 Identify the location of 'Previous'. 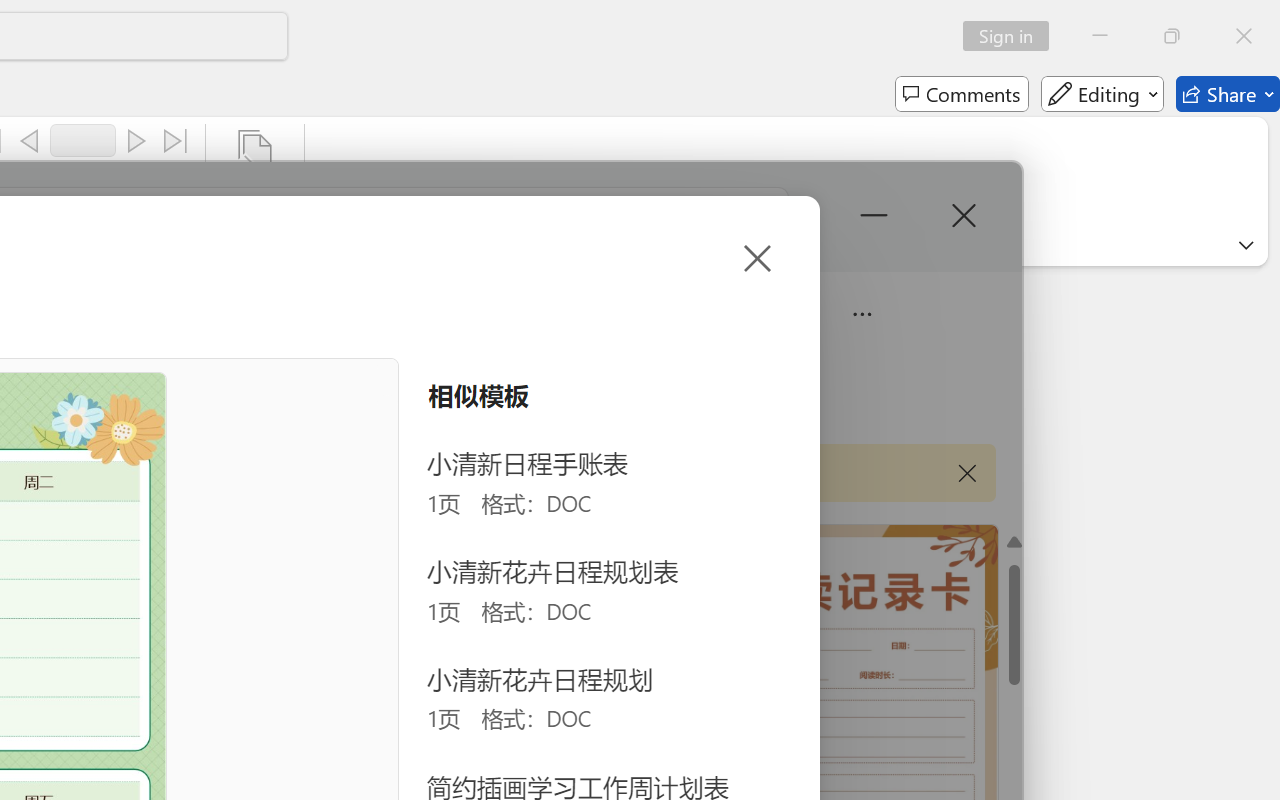
(29, 141).